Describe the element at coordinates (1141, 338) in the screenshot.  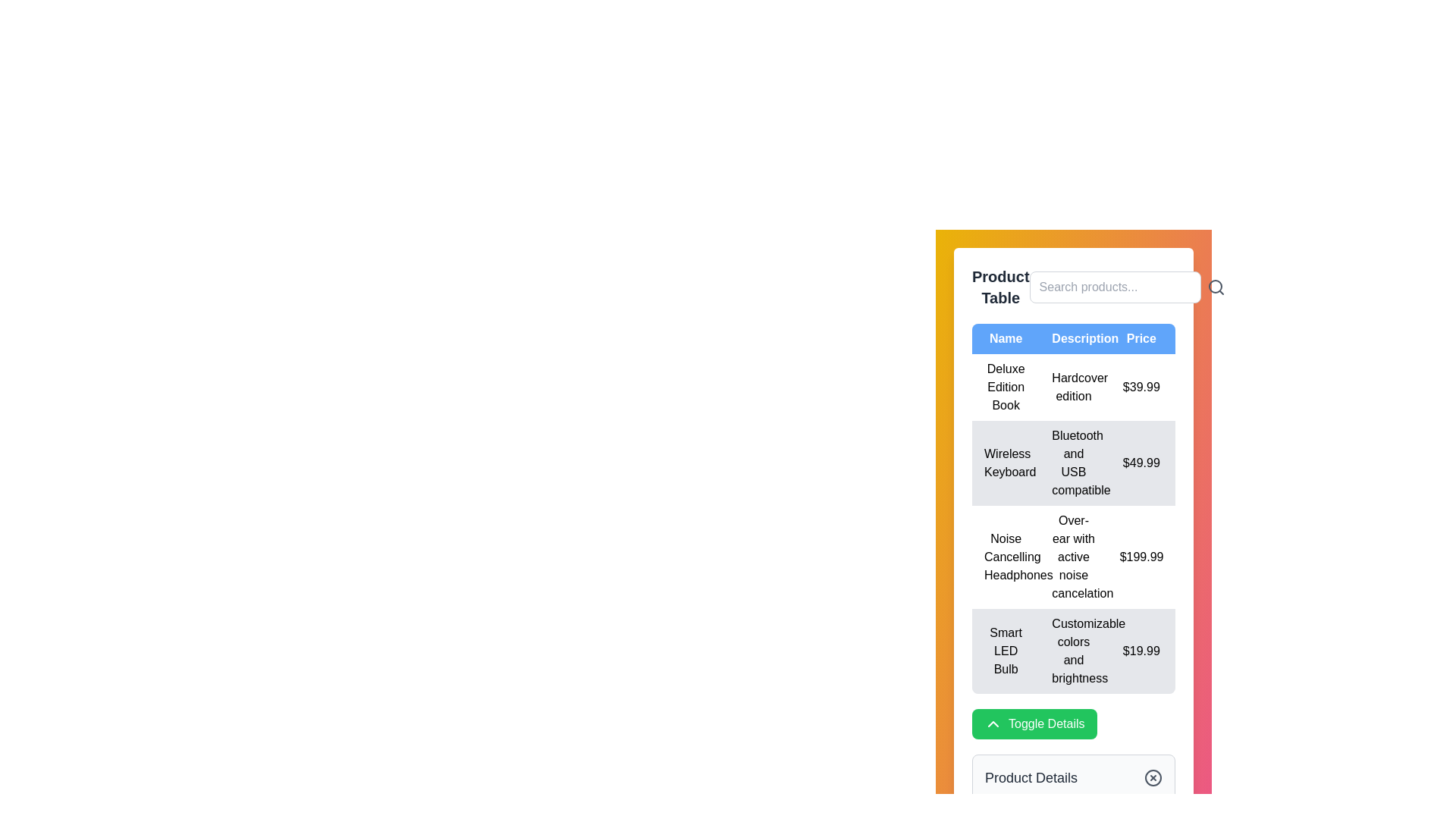
I see `the 'Price' static text label, which is the third column header in a table layout, visually represented as a rectangular blue button with white text` at that location.